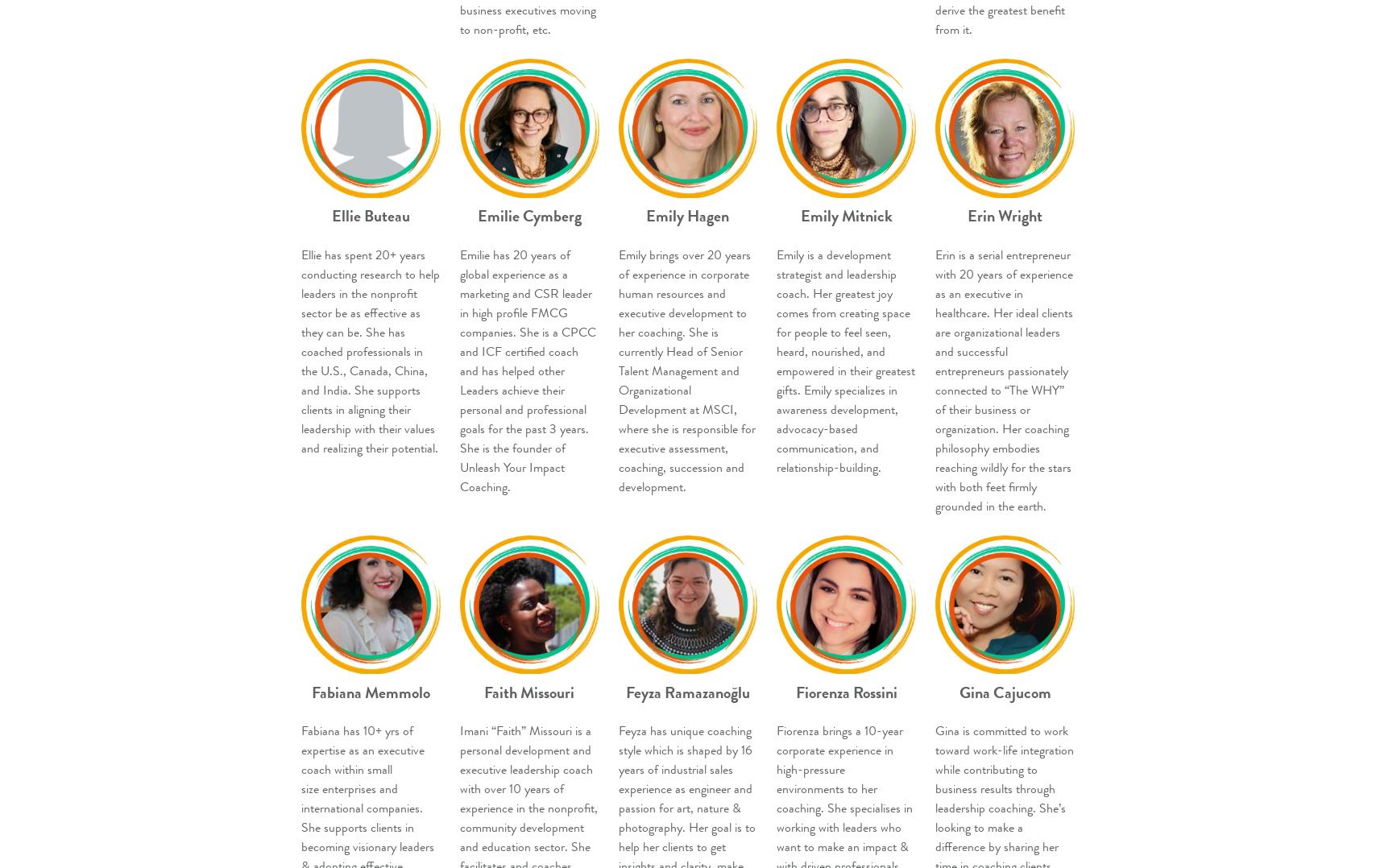  Describe the element at coordinates (476, 215) in the screenshot. I see `'Emilie Cymberg'` at that location.